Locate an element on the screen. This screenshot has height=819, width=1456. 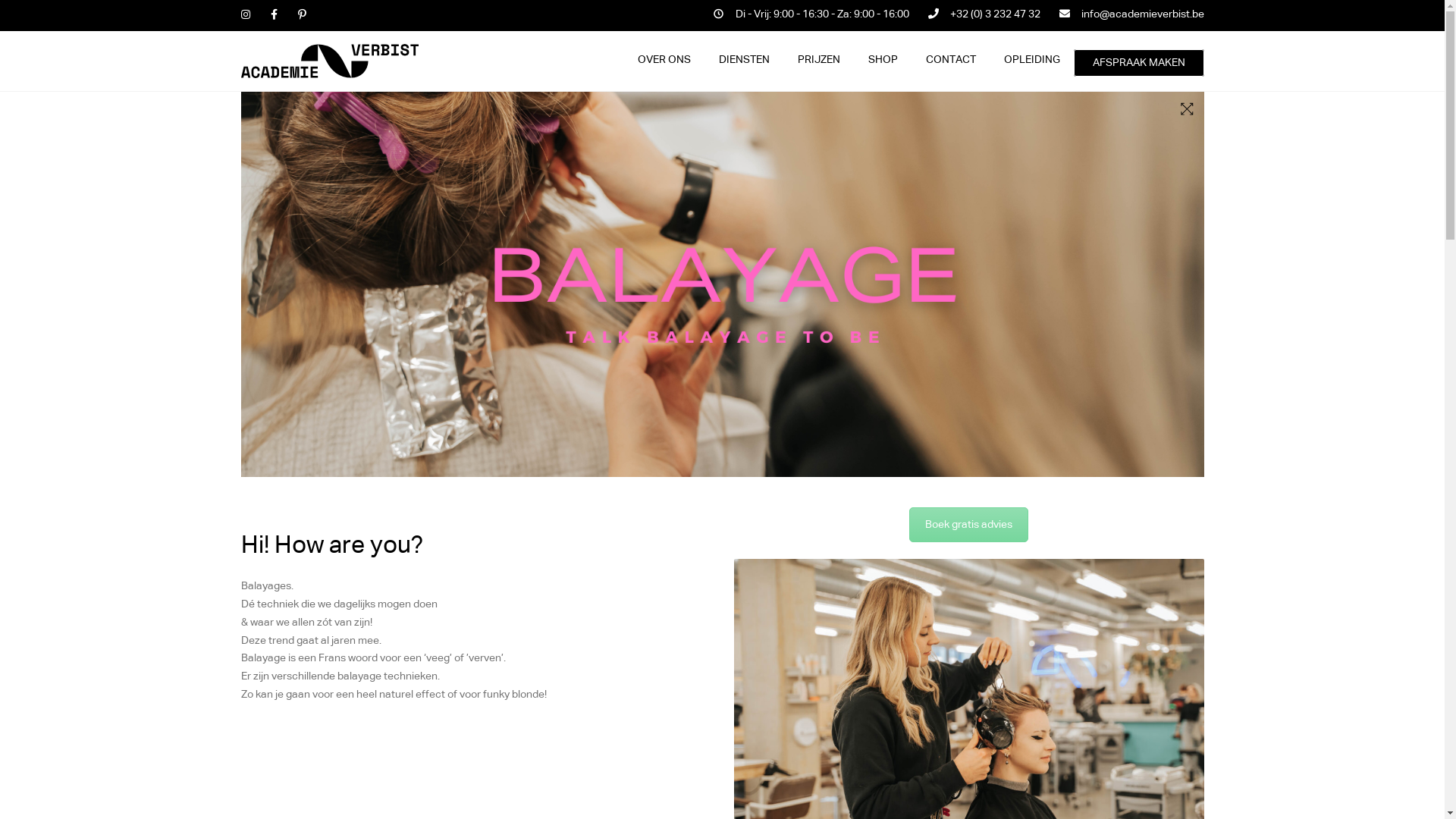
'Boek gratis advies' is located at coordinates (968, 523).